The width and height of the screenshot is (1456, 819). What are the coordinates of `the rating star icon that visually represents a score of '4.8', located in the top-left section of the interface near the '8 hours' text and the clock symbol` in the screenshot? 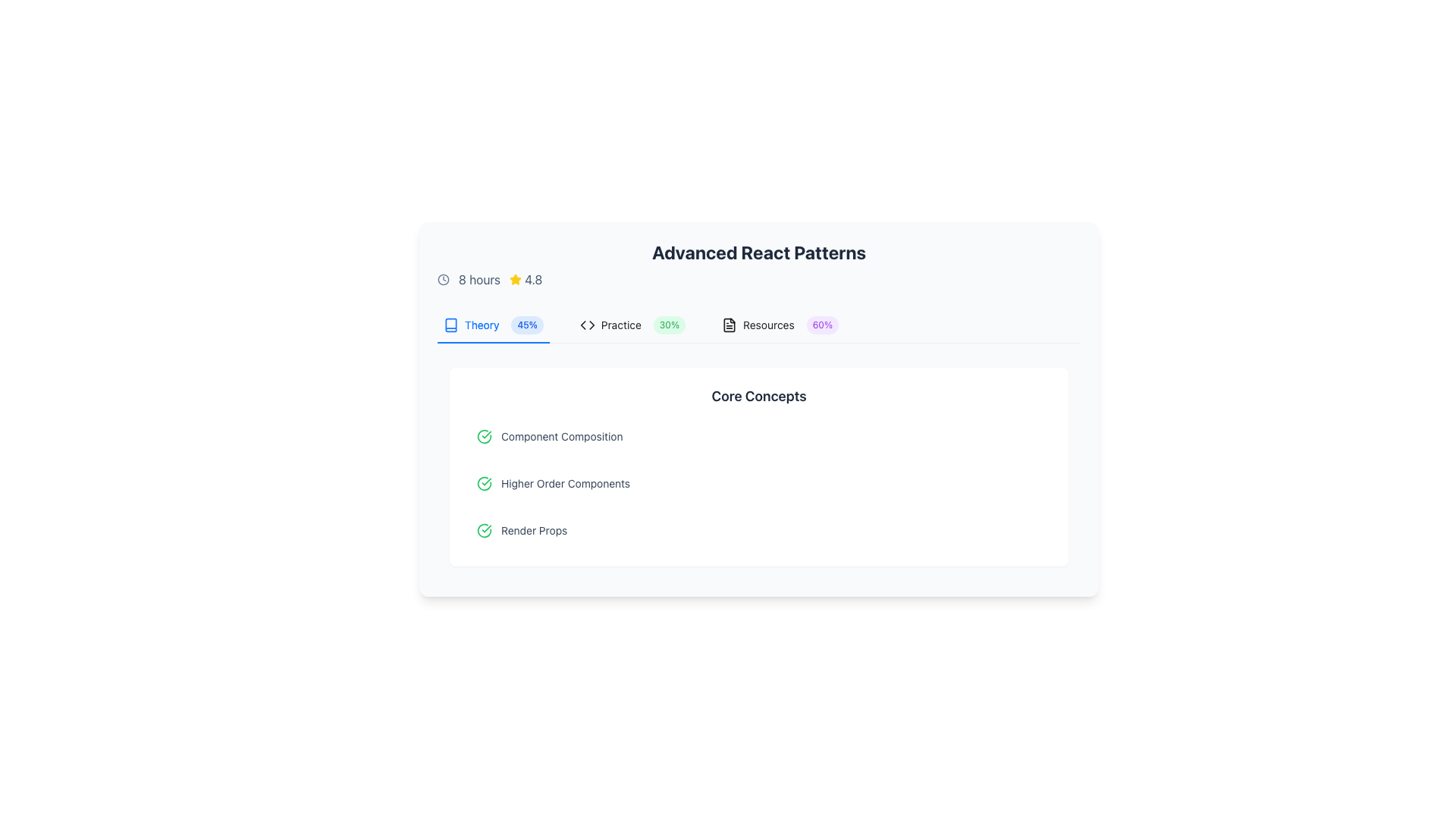 It's located at (516, 279).